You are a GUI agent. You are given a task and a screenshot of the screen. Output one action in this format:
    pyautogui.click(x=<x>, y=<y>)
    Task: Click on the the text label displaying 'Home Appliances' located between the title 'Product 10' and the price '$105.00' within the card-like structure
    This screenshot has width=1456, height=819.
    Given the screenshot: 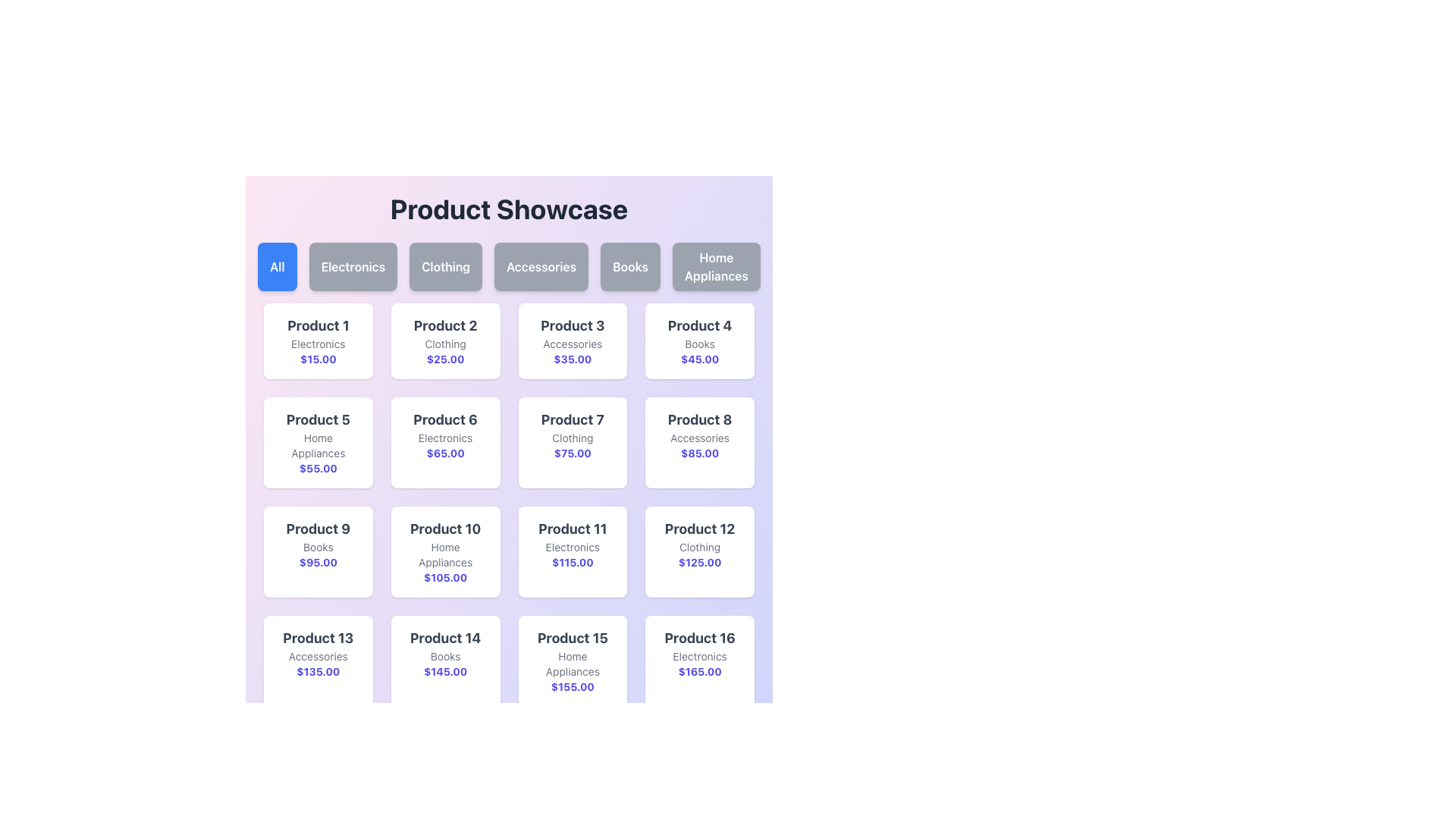 What is the action you would take?
    pyautogui.click(x=444, y=555)
    